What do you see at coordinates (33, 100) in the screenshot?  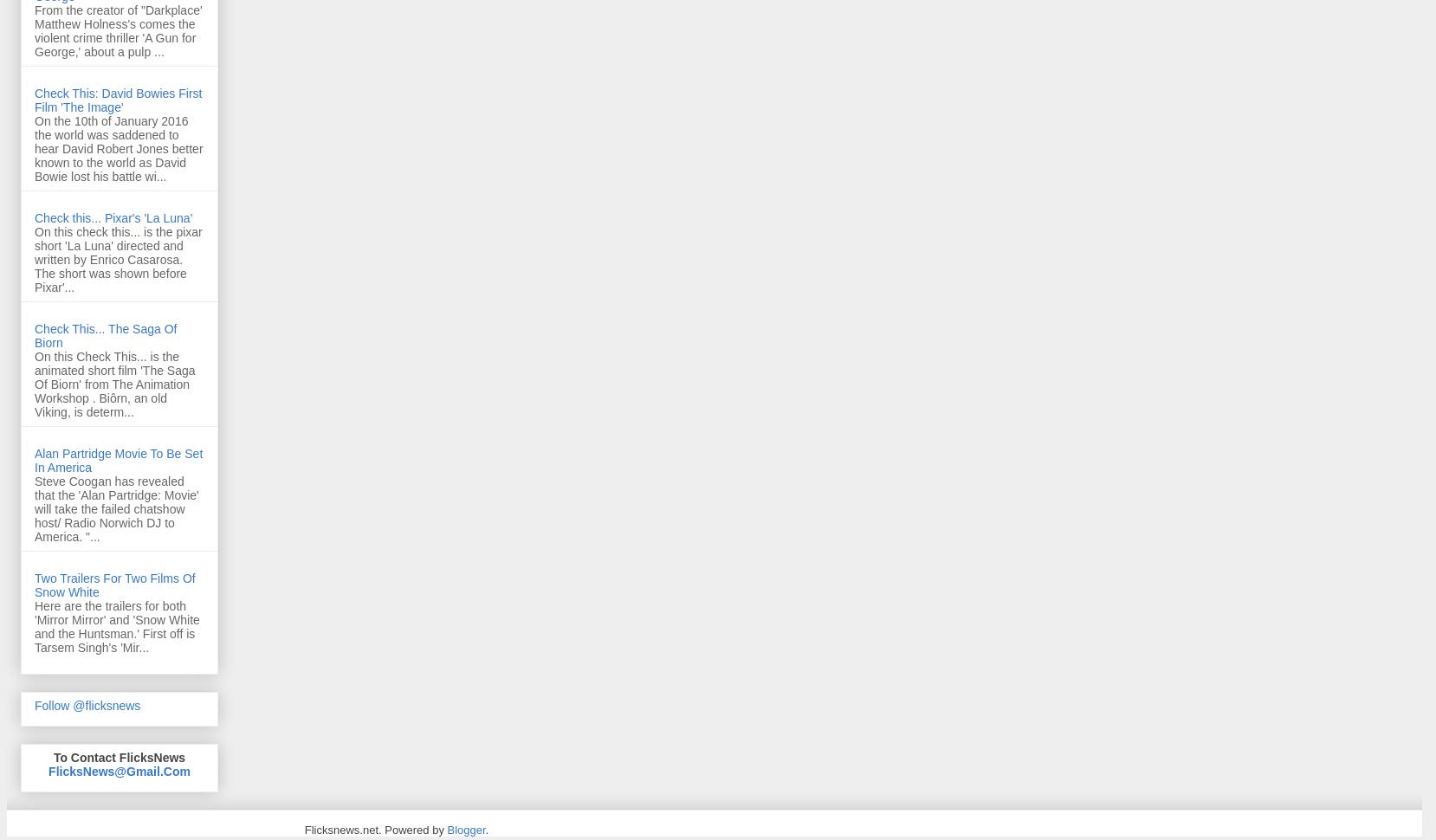 I see `'Check This: David Bowies First Film 'The Image''` at bounding box center [33, 100].